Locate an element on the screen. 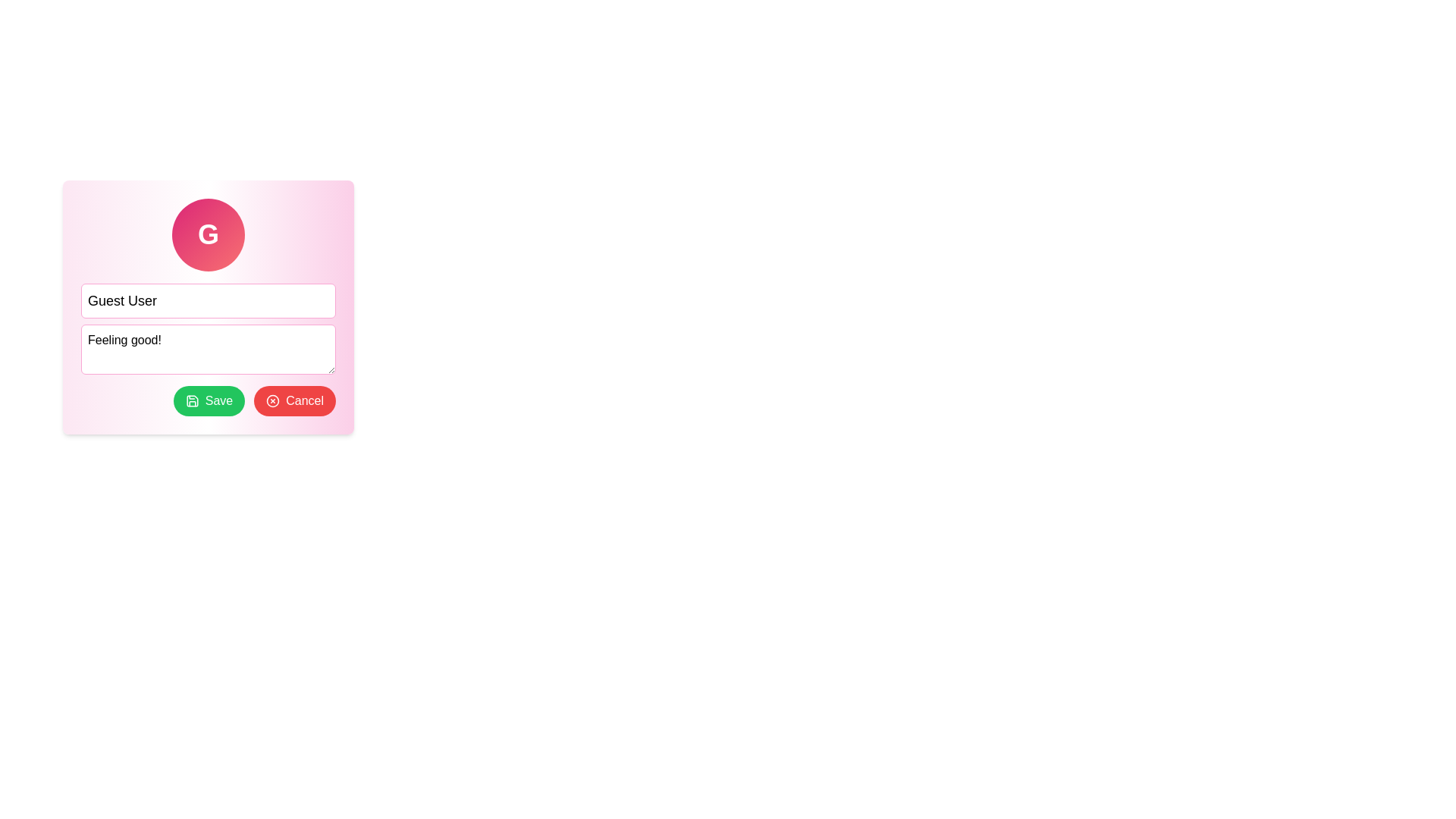 This screenshot has width=1456, height=819. the save button located below the status message input field is located at coordinates (208, 400).